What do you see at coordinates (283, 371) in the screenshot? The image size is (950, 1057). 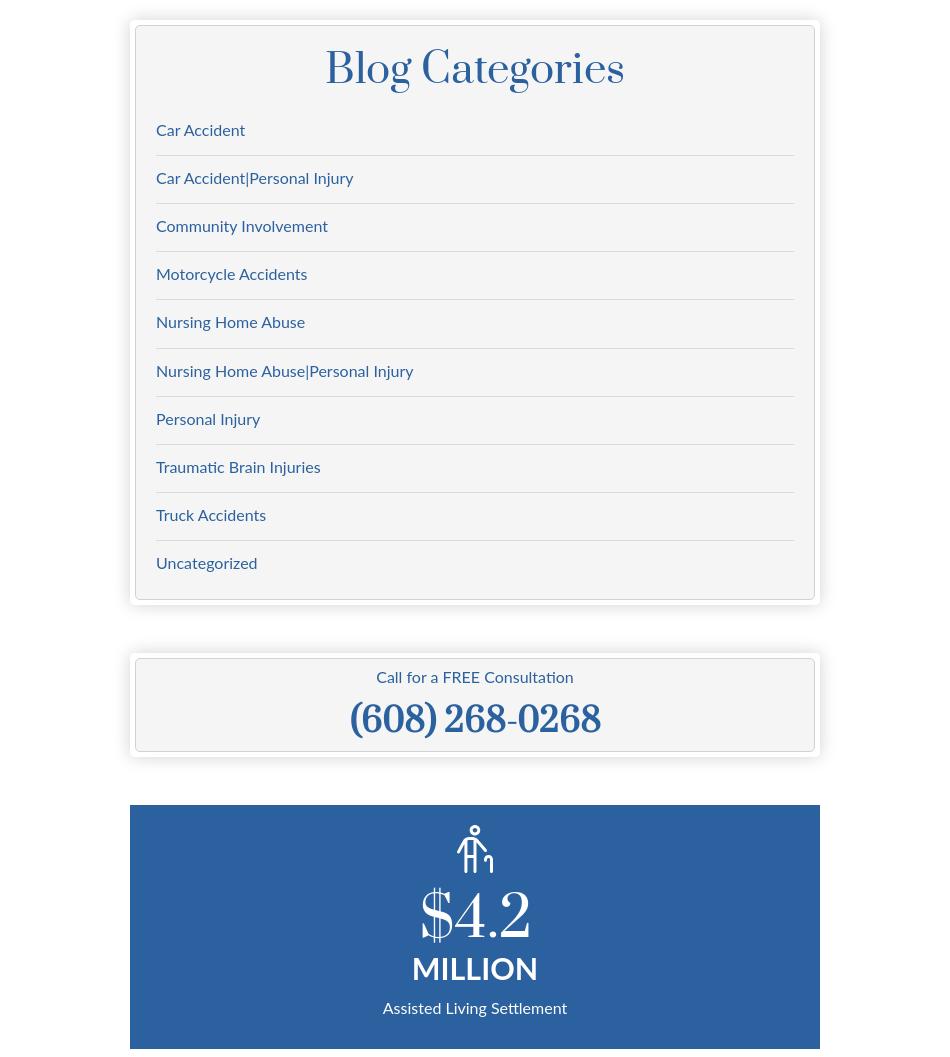 I see `'Nursing Home Abuse|Personal Injury'` at bounding box center [283, 371].